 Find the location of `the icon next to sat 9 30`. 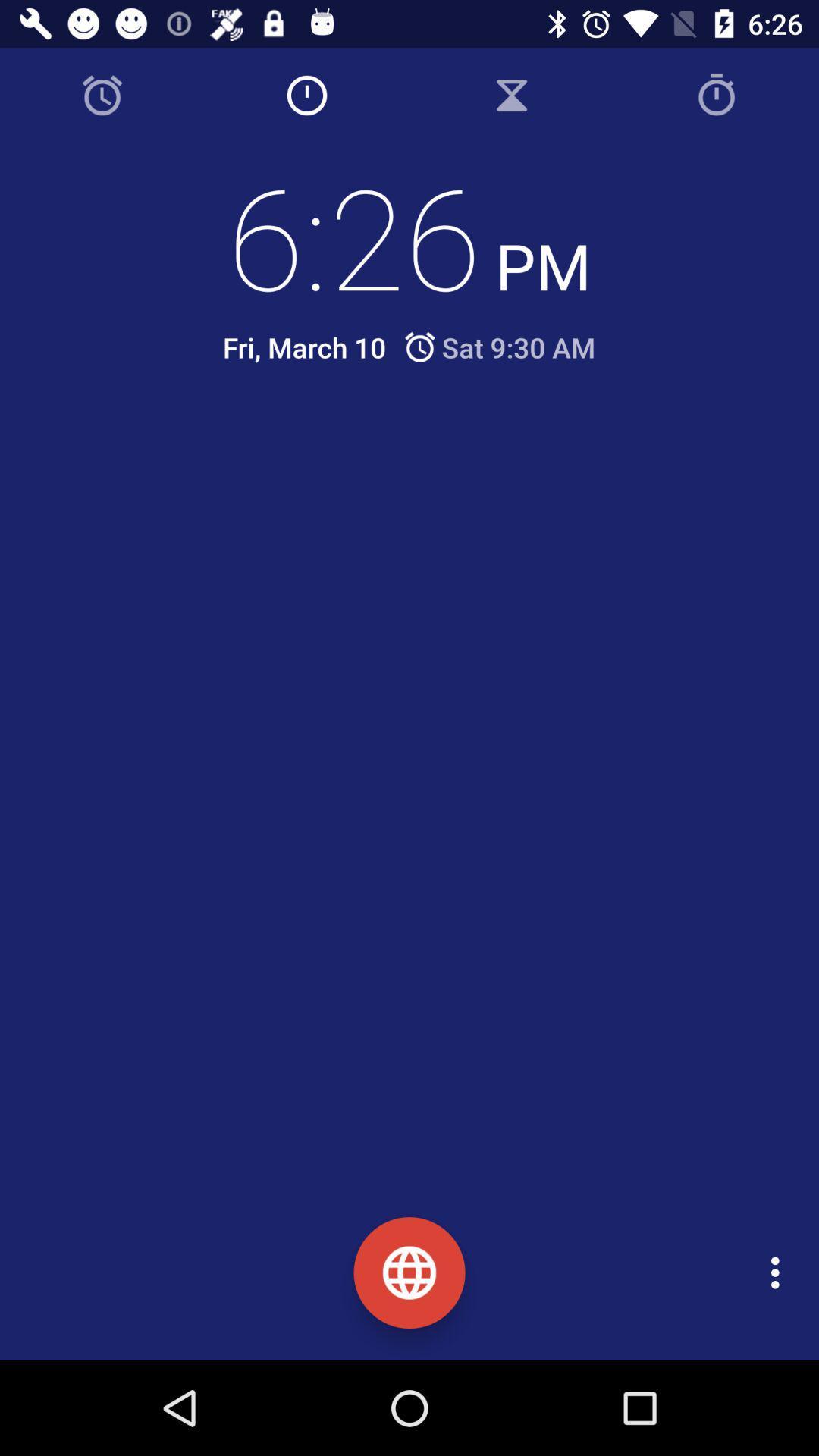

the icon next to sat 9 30 is located at coordinates (304, 347).